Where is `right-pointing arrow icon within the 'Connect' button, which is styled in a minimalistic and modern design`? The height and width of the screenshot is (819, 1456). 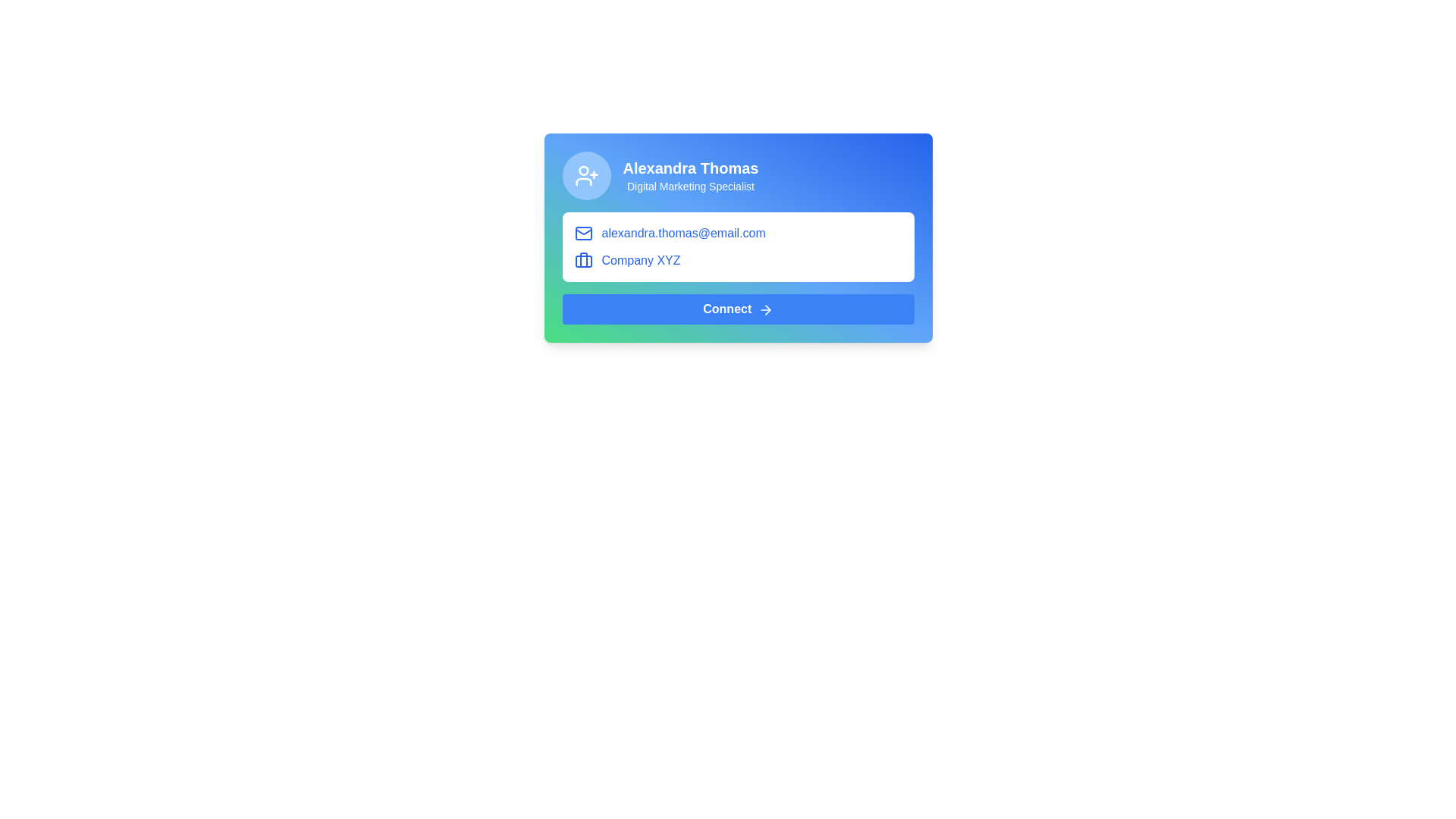
right-pointing arrow icon within the 'Connect' button, which is styled in a minimalistic and modern design is located at coordinates (767, 309).